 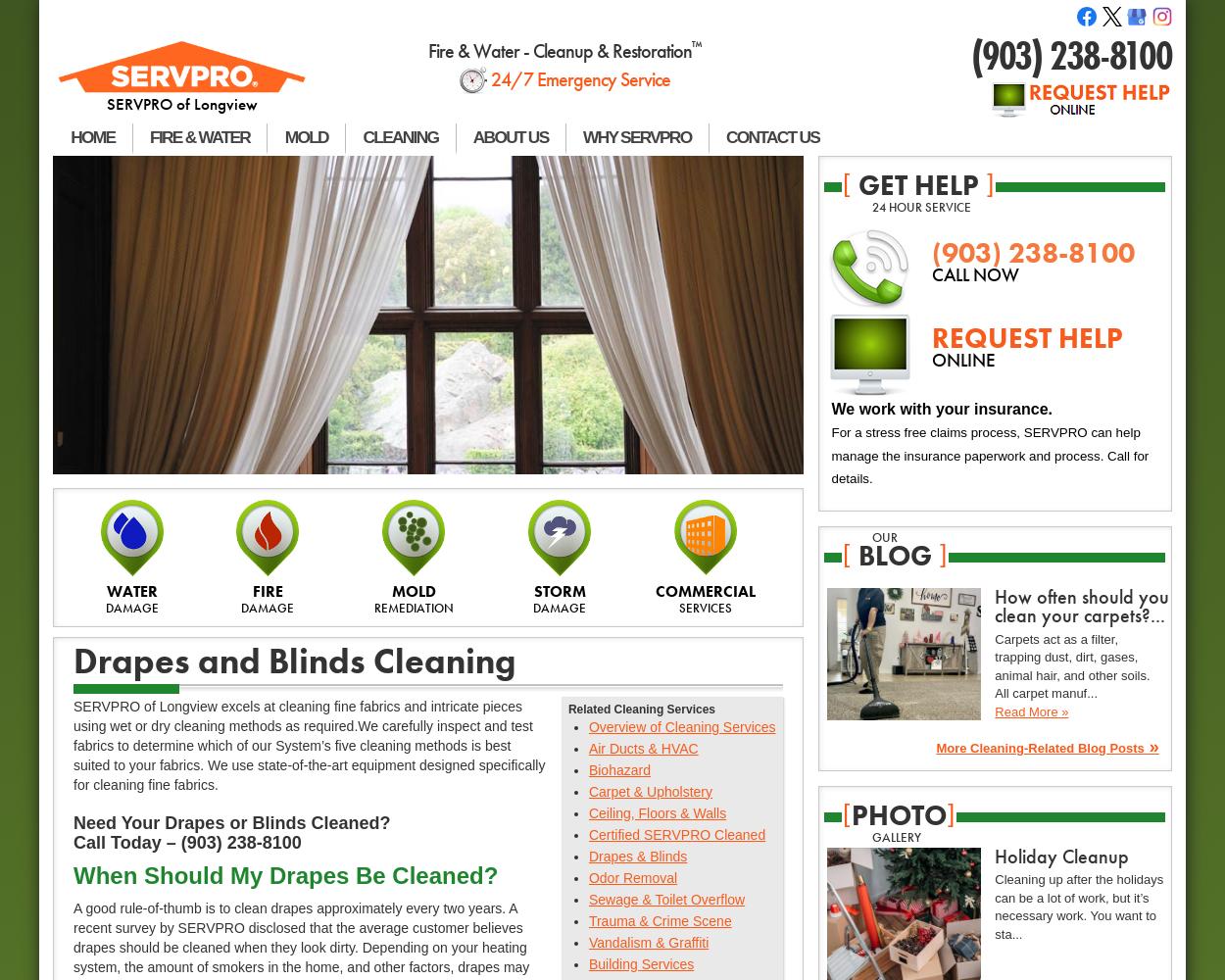 I want to click on 'When Should My Drapes Be Cleaned?', so click(x=285, y=874).